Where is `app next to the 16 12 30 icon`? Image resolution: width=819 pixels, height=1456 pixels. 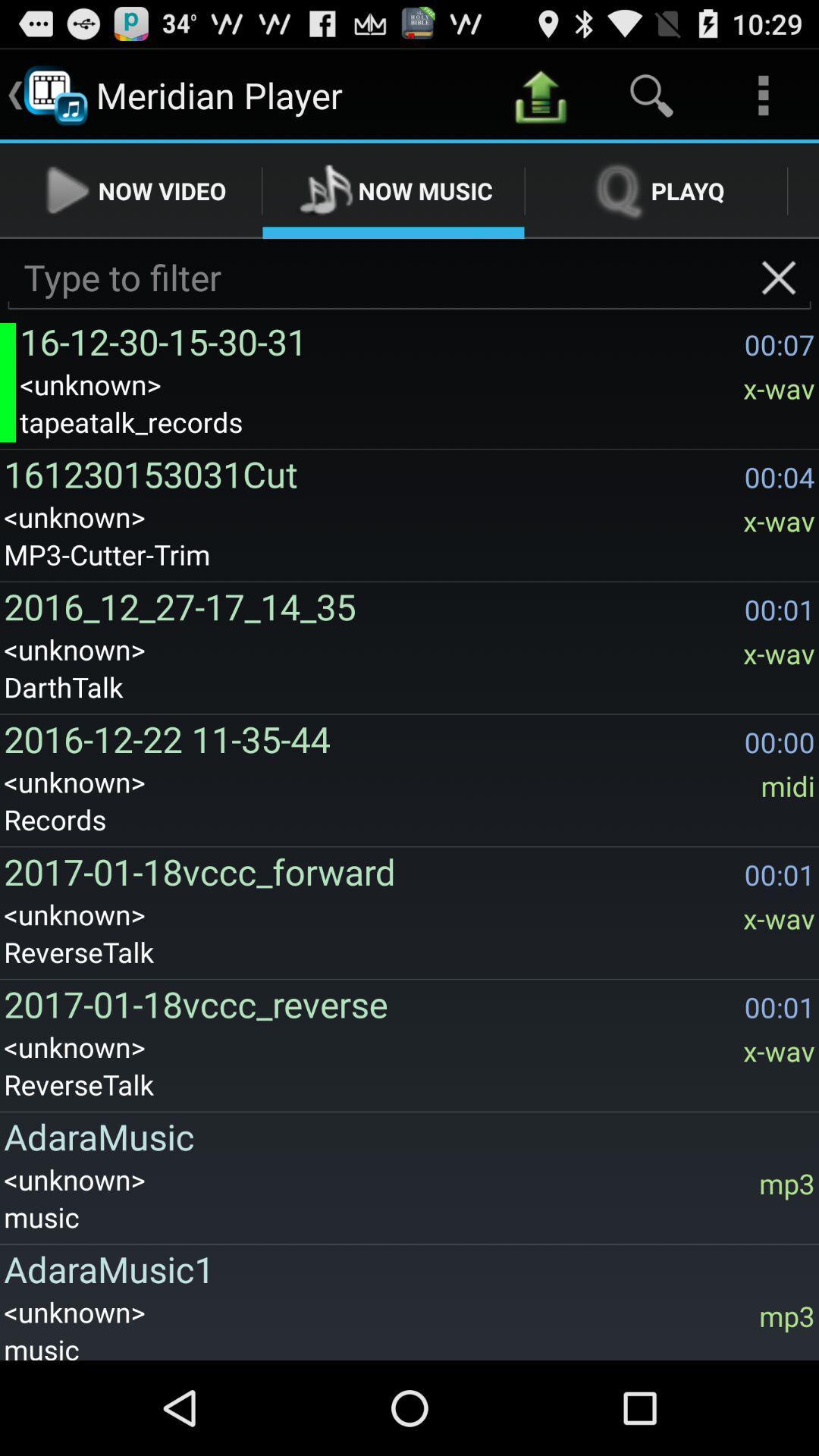
app next to the 16 12 30 icon is located at coordinates (779, 278).